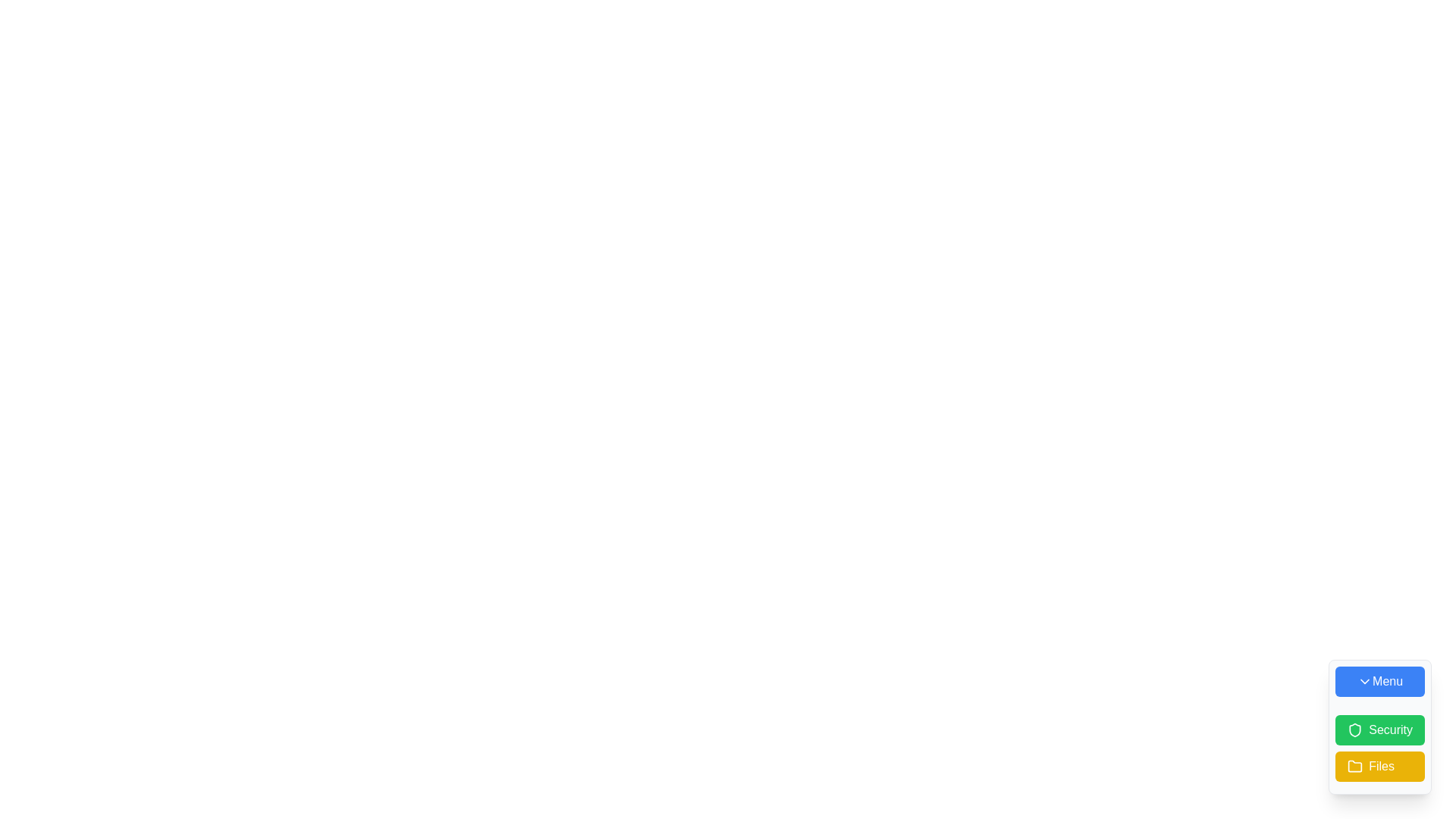 This screenshot has width=1456, height=819. What do you see at coordinates (1380, 680) in the screenshot?
I see `the 'Menu' button, which has a blue background and white text` at bounding box center [1380, 680].